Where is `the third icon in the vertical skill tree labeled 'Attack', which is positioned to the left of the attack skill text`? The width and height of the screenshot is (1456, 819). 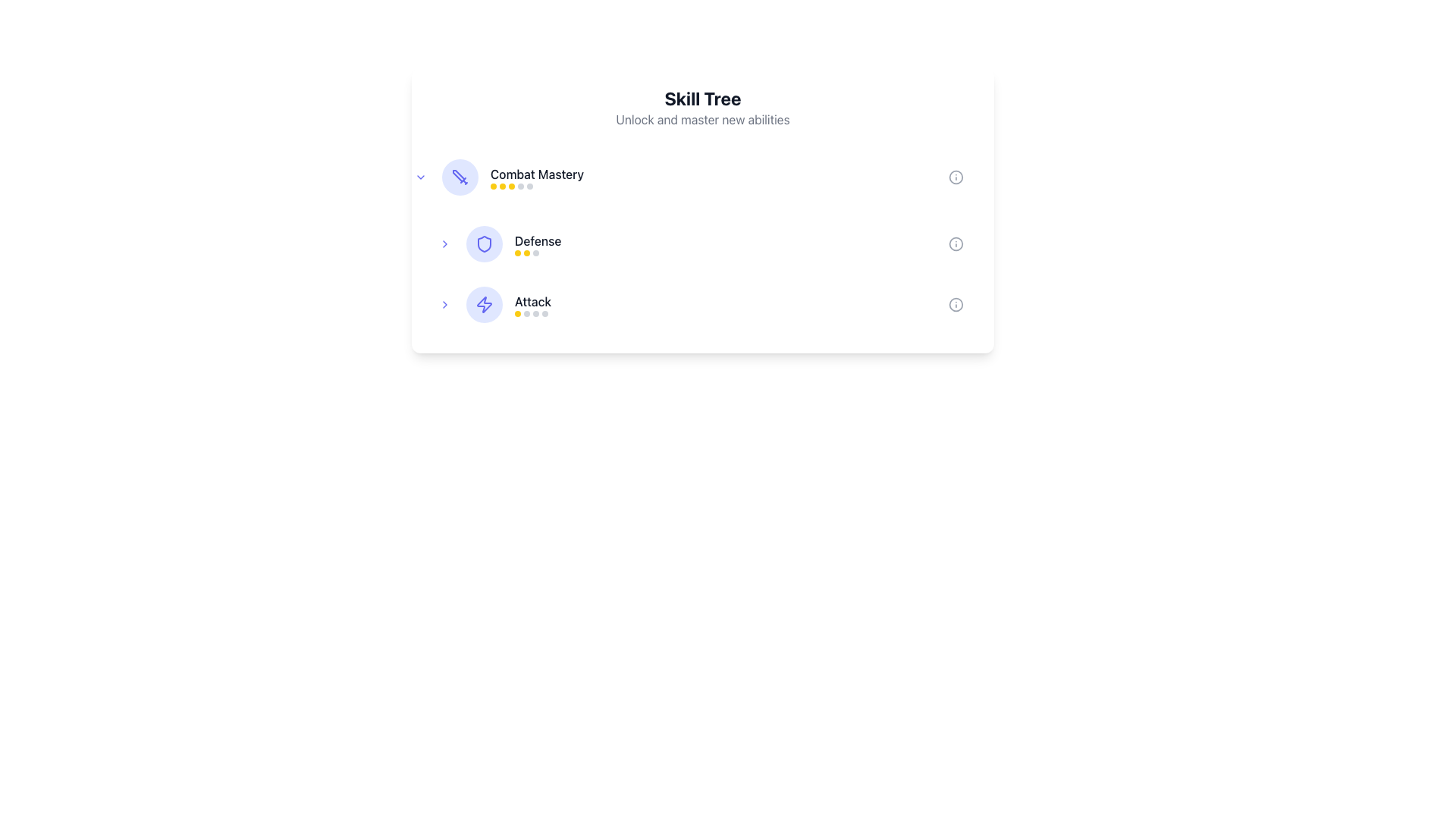 the third icon in the vertical skill tree labeled 'Attack', which is positioned to the left of the attack skill text is located at coordinates (483, 304).